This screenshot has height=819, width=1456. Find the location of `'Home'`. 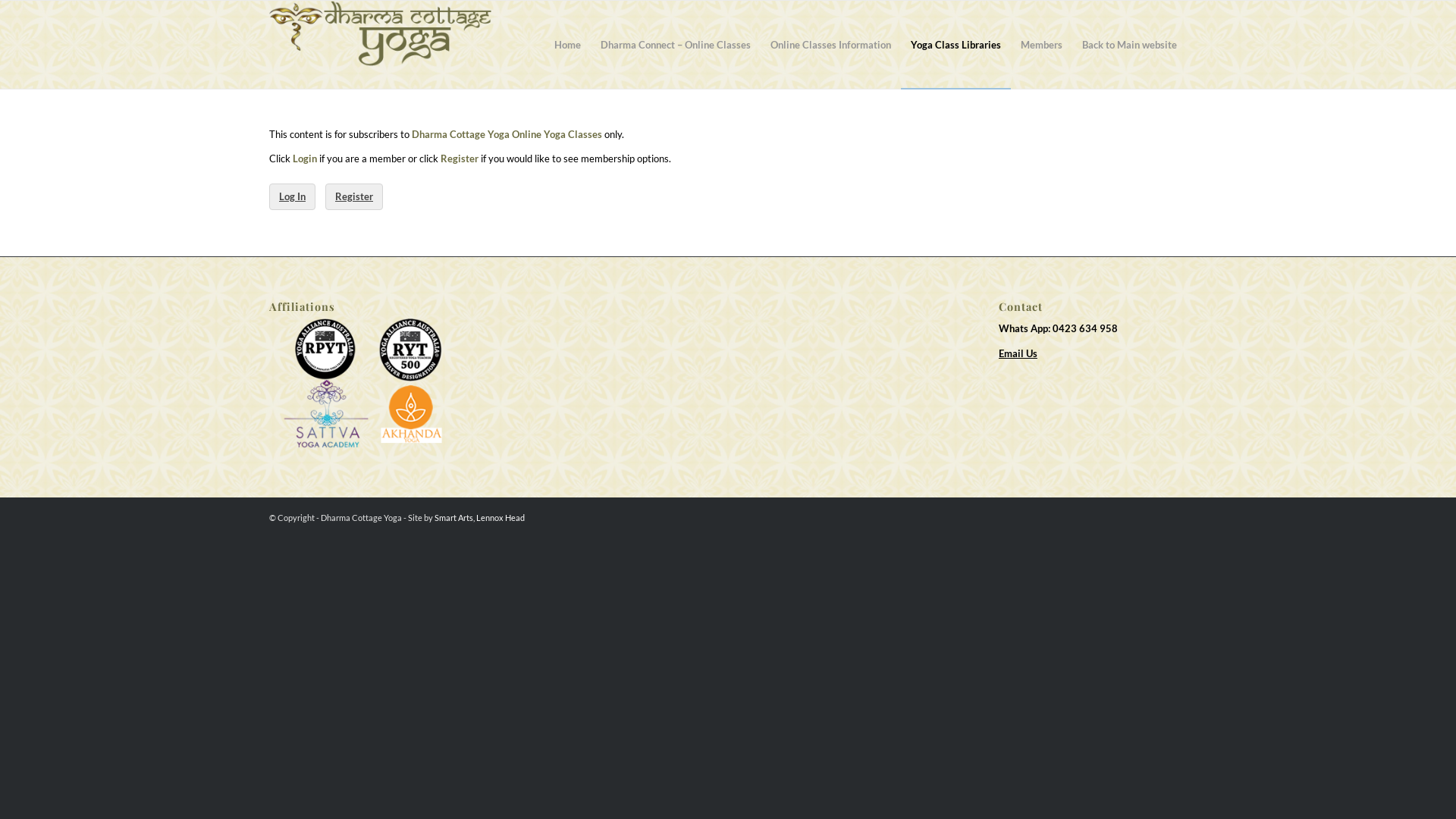

'Home' is located at coordinates (544, 43).